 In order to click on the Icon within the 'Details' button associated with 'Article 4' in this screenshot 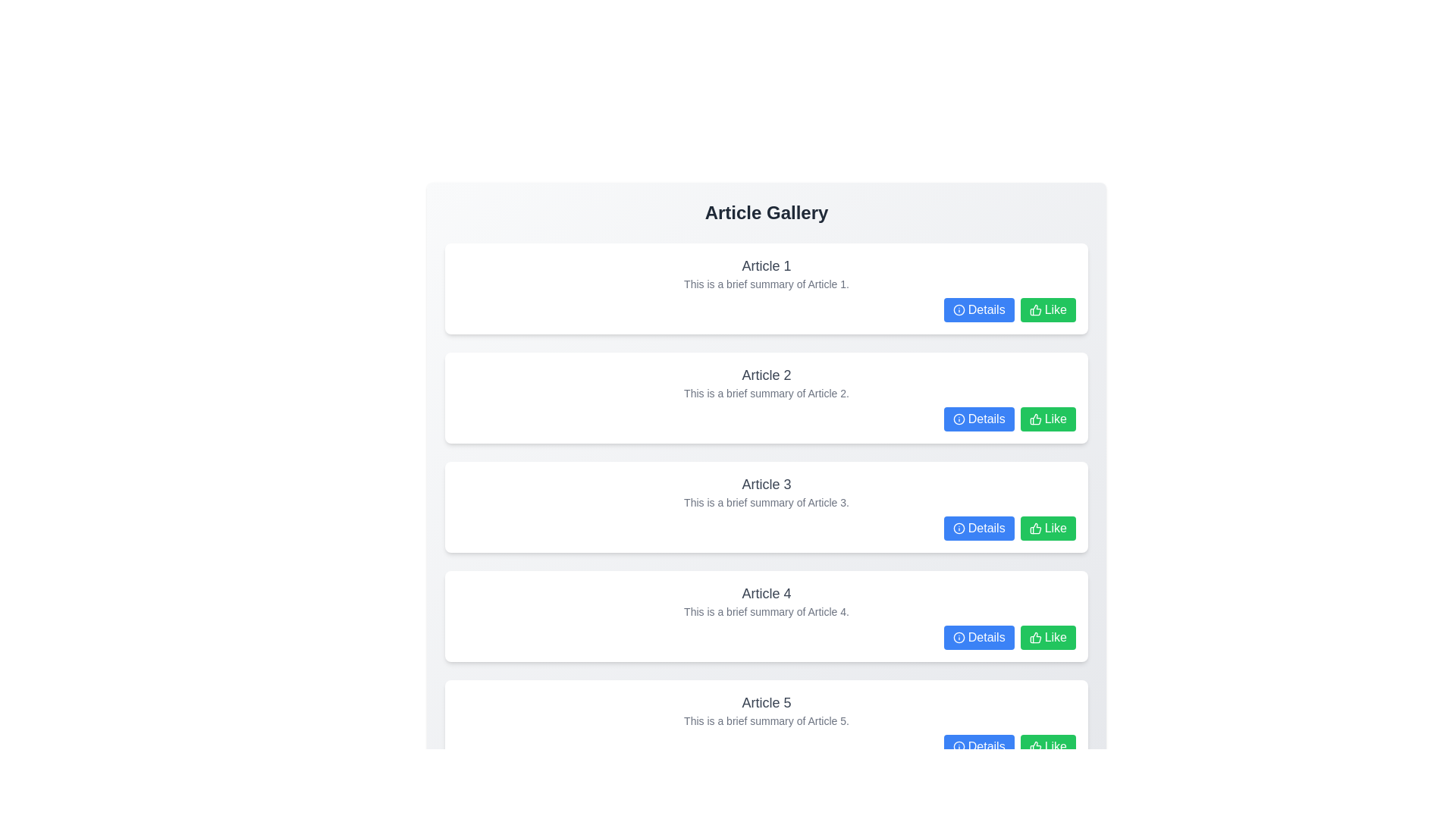, I will do `click(958, 637)`.